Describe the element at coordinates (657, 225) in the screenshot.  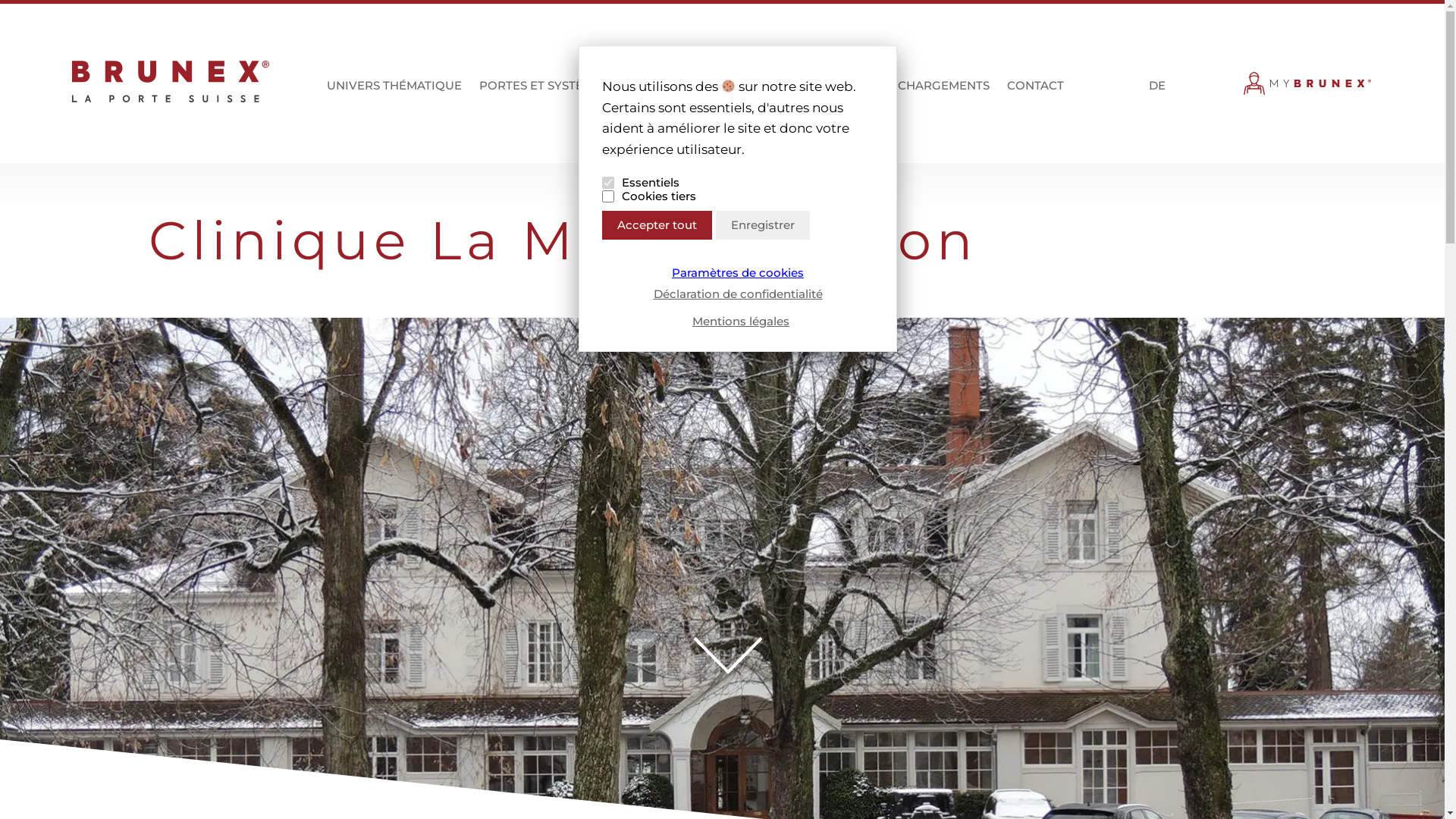
I see `'Accepter tout'` at that location.